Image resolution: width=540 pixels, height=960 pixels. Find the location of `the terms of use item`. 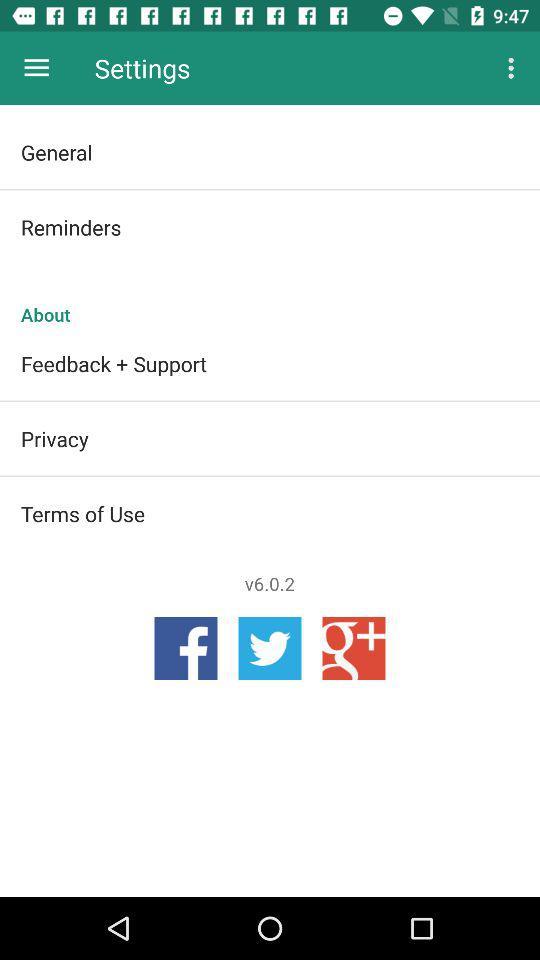

the terms of use item is located at coordinates (270, 512).